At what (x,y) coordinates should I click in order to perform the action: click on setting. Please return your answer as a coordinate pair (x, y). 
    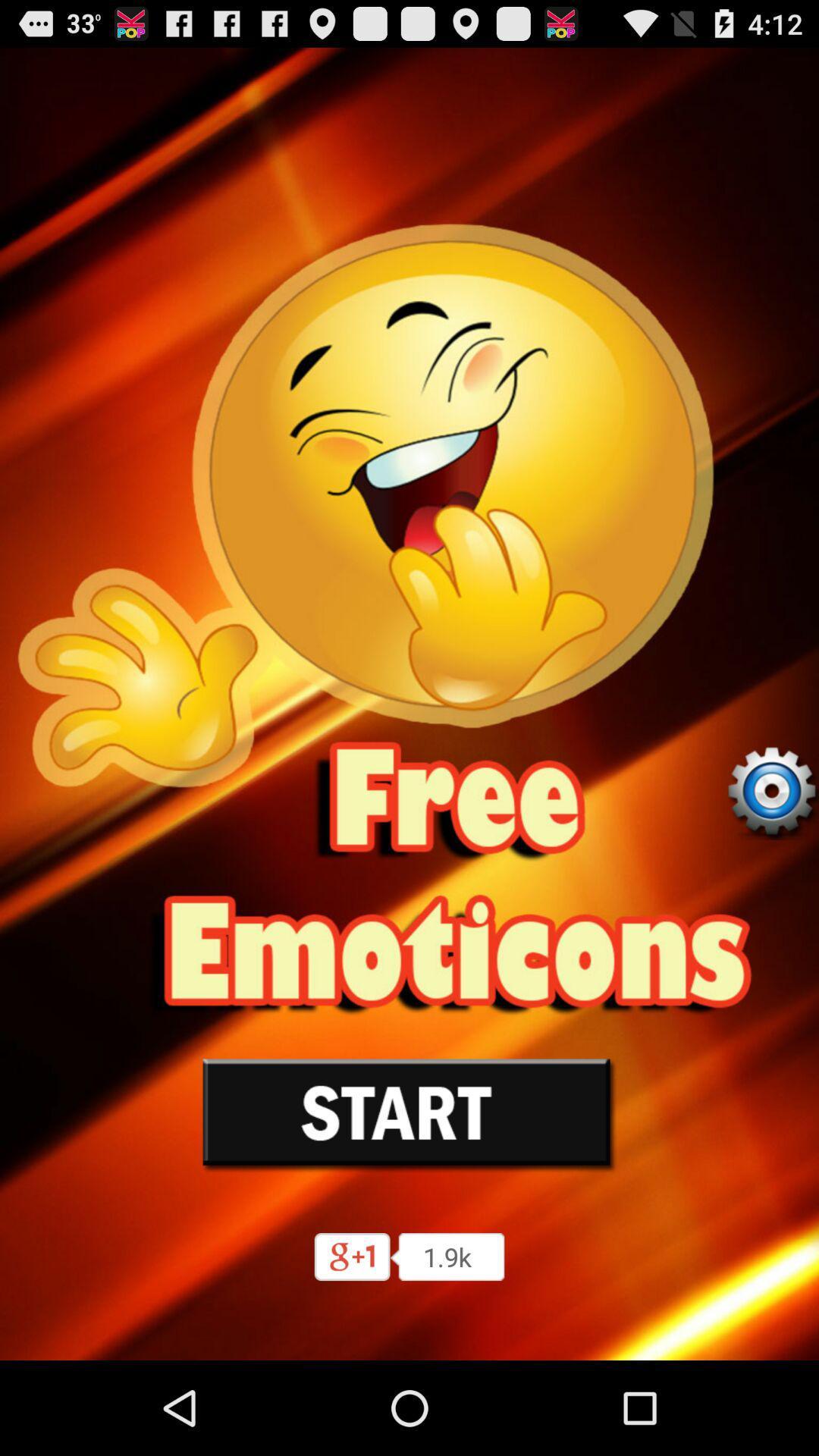
    Looking at the image, I should click on (771, 791).